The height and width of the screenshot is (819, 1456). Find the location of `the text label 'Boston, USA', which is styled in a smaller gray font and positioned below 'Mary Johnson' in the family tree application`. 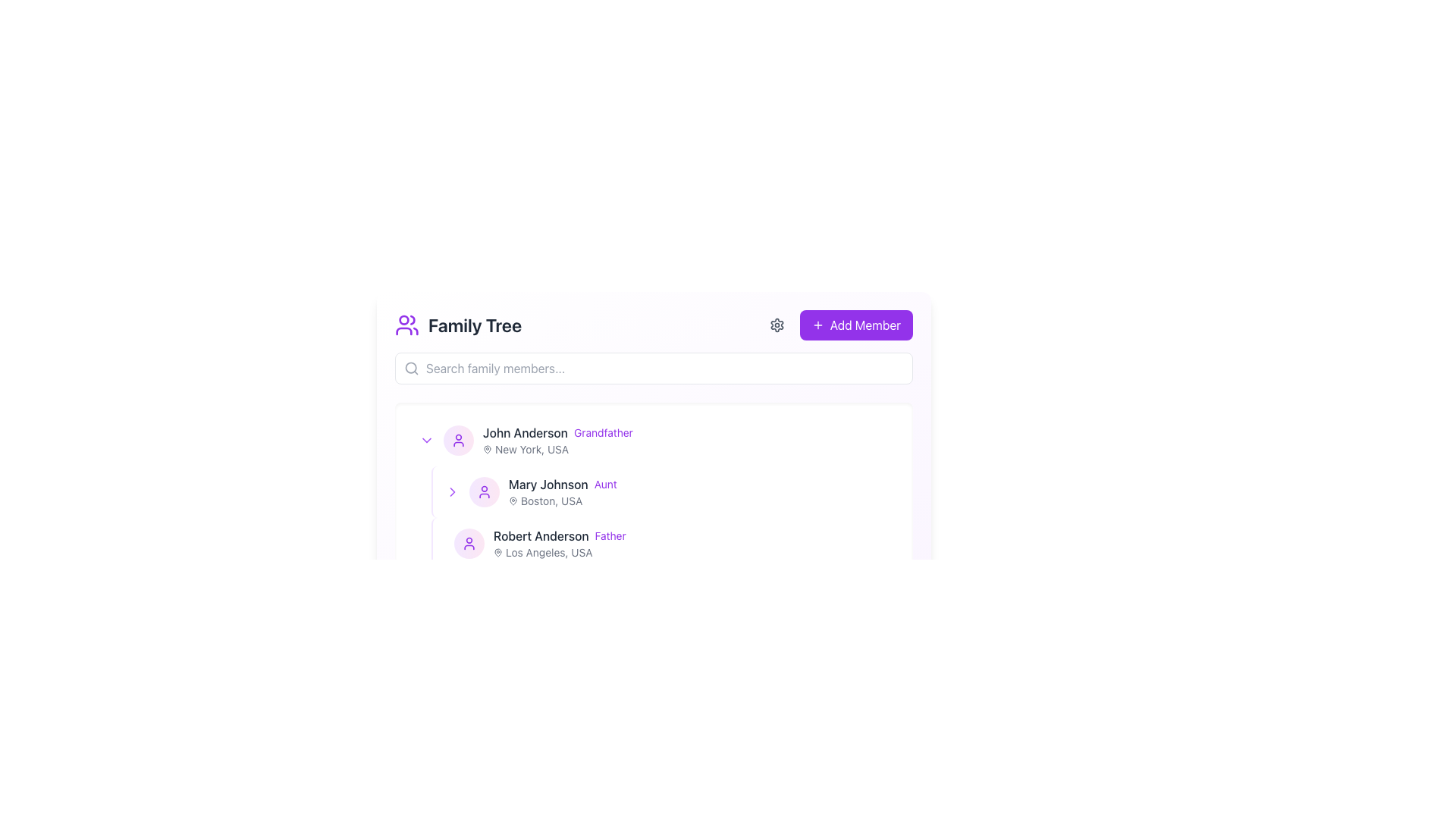

the text label 'Boston, USA', which is styled in a smaller gray font and positioned below 'Mary Johnson' in the family tree application is located at coordinates (551, 500).